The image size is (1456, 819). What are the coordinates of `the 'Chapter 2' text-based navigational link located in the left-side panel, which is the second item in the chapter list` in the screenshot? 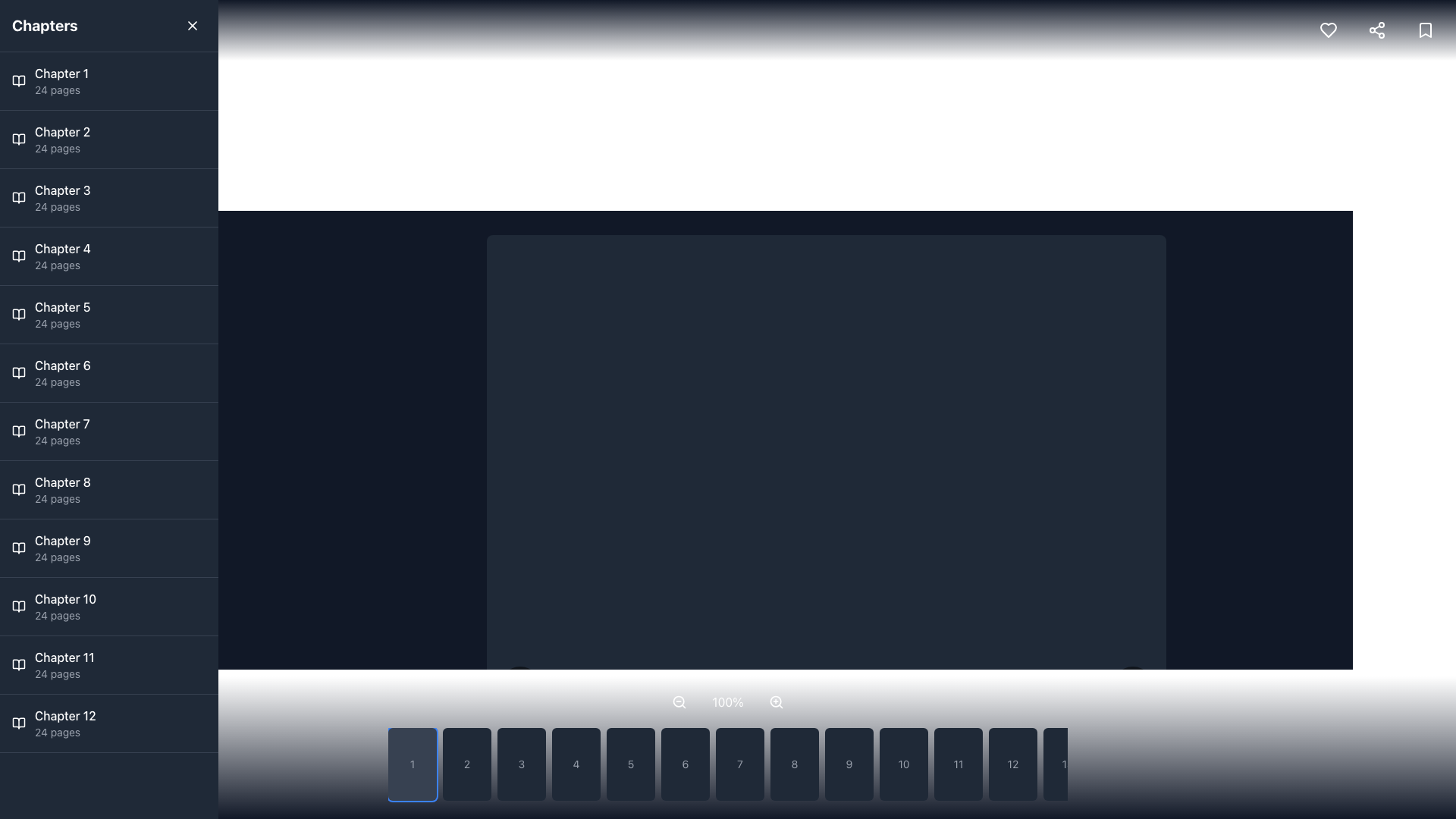 It's located at (61, 140).